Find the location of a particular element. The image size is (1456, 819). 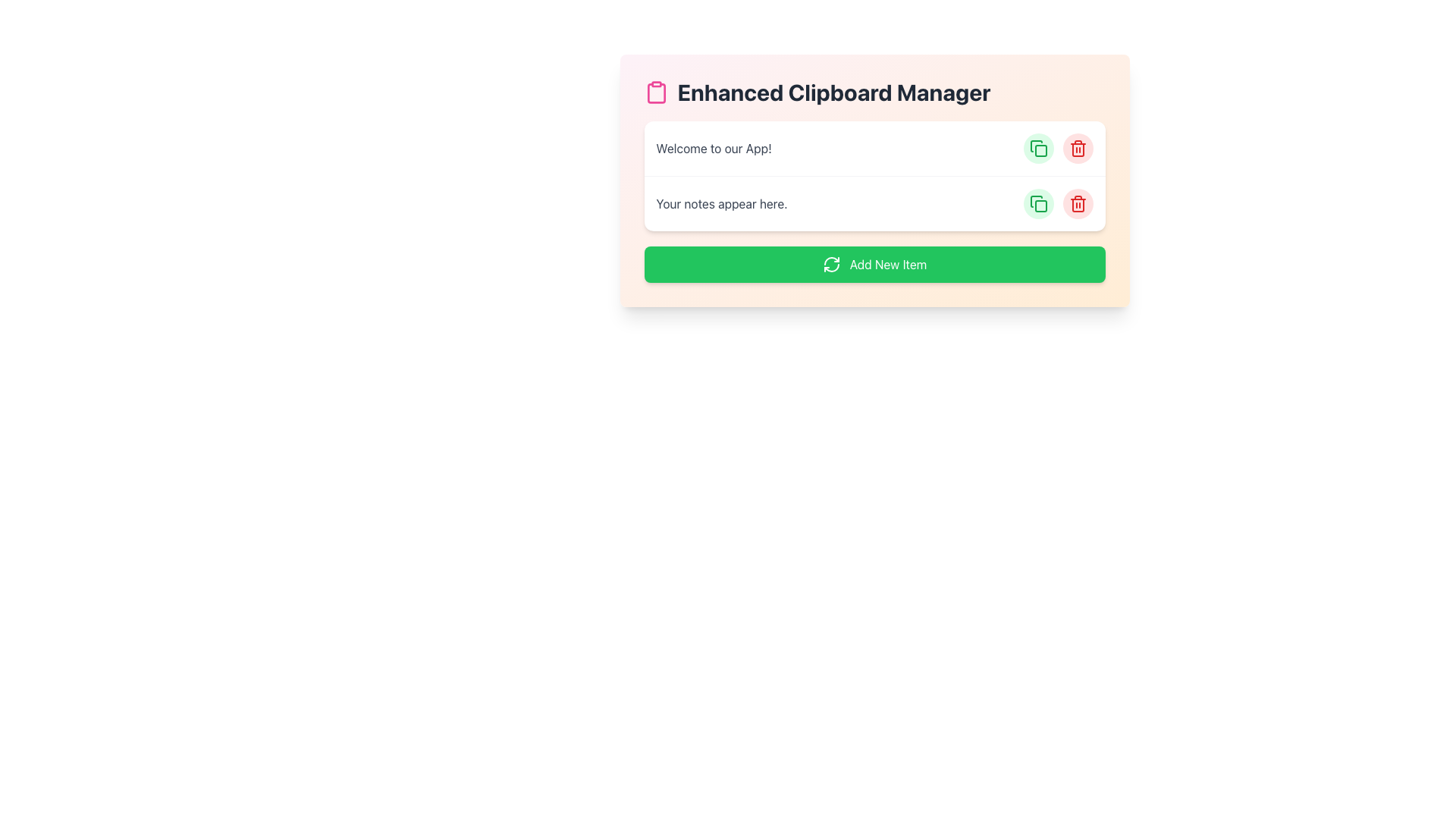

the static text label displaying 'Welcome to our App!' in gray text, located at the top-left portion of the card interface is located at coordinates (713, 149).